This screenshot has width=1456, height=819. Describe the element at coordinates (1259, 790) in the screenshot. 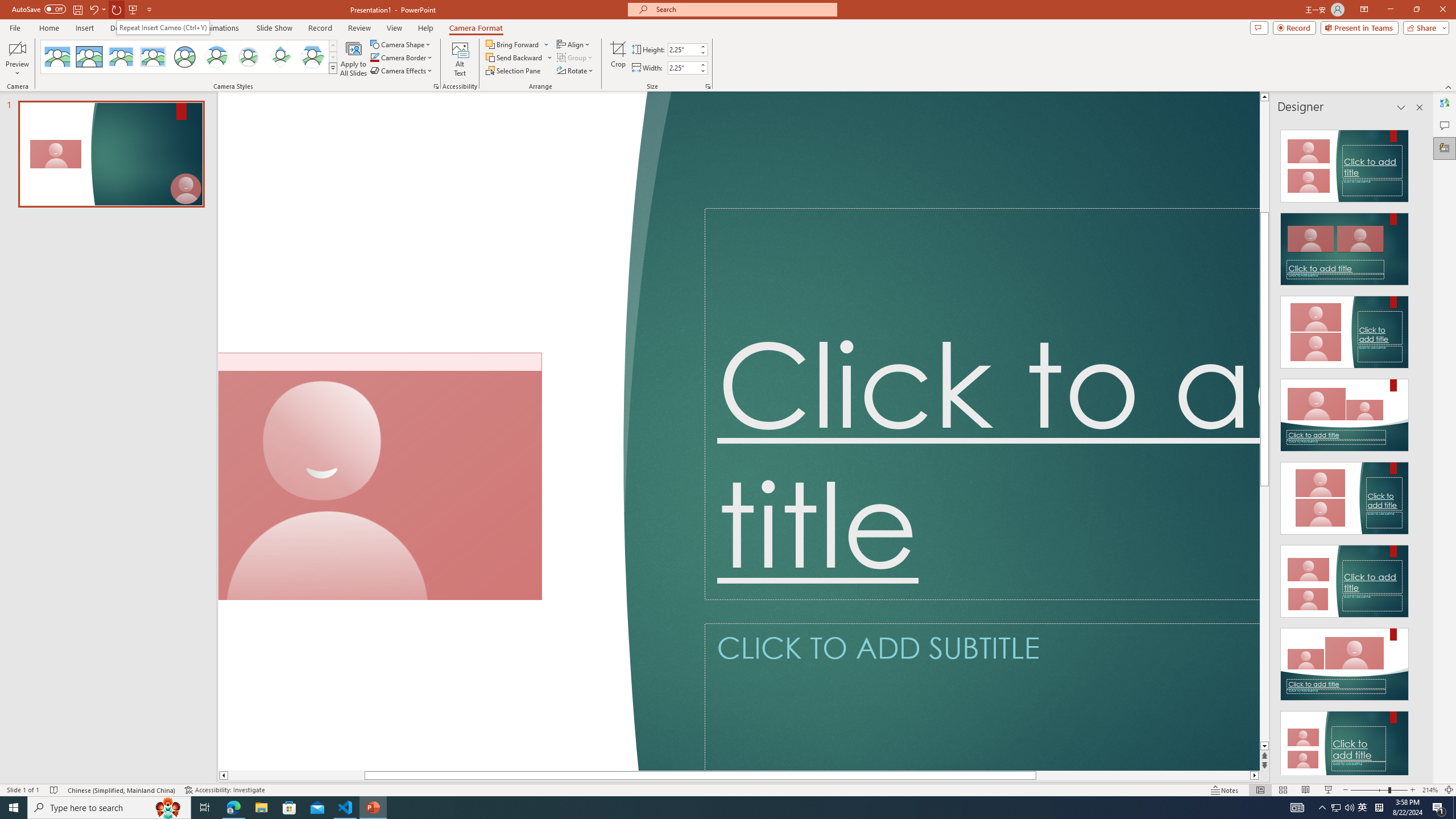

I see `'Normal'` at that location.